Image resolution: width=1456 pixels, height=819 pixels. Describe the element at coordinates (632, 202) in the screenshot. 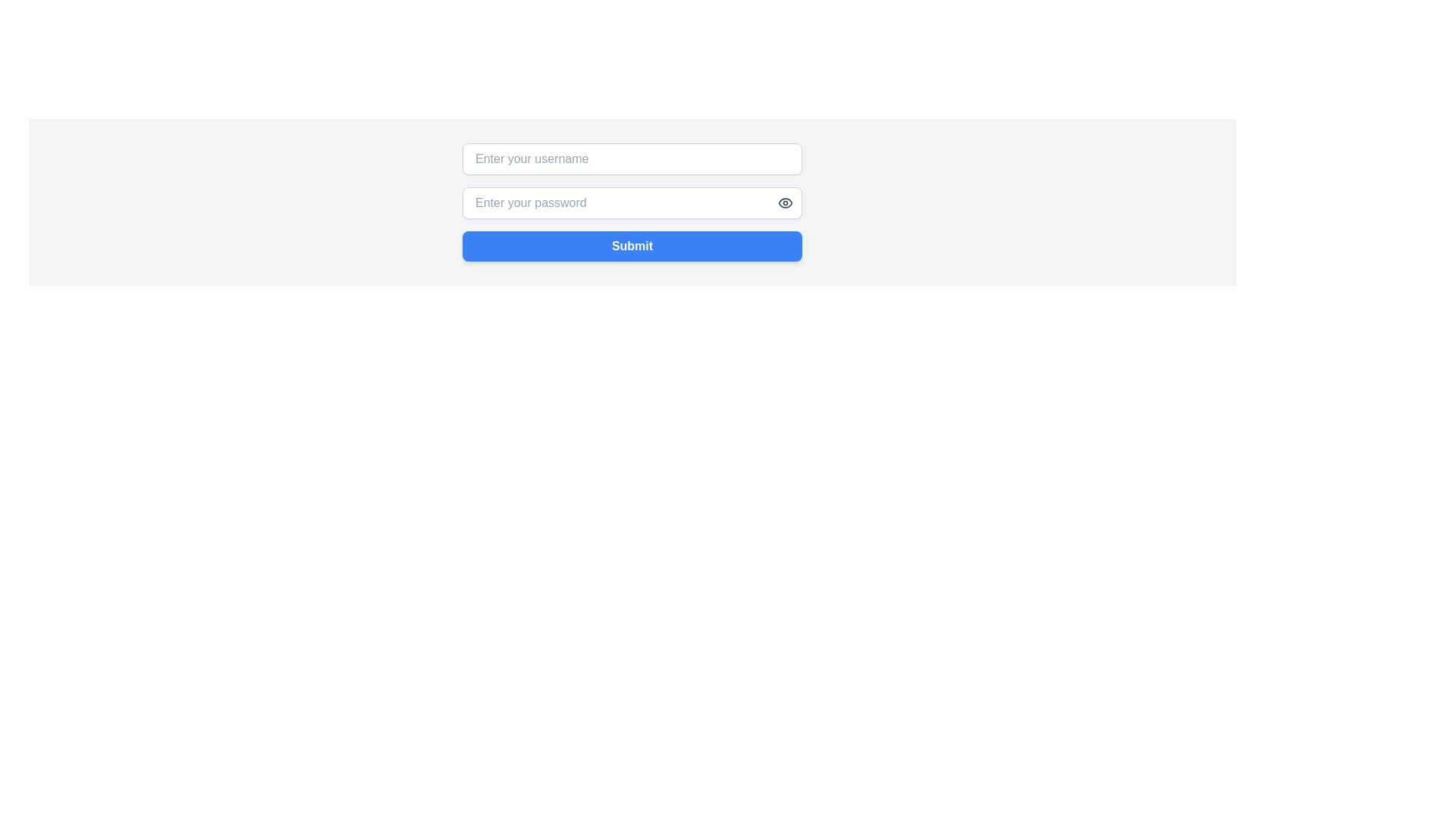

I see `the password input field, which is the second input field in the form layout, to trigger additional styling effects` at that location.